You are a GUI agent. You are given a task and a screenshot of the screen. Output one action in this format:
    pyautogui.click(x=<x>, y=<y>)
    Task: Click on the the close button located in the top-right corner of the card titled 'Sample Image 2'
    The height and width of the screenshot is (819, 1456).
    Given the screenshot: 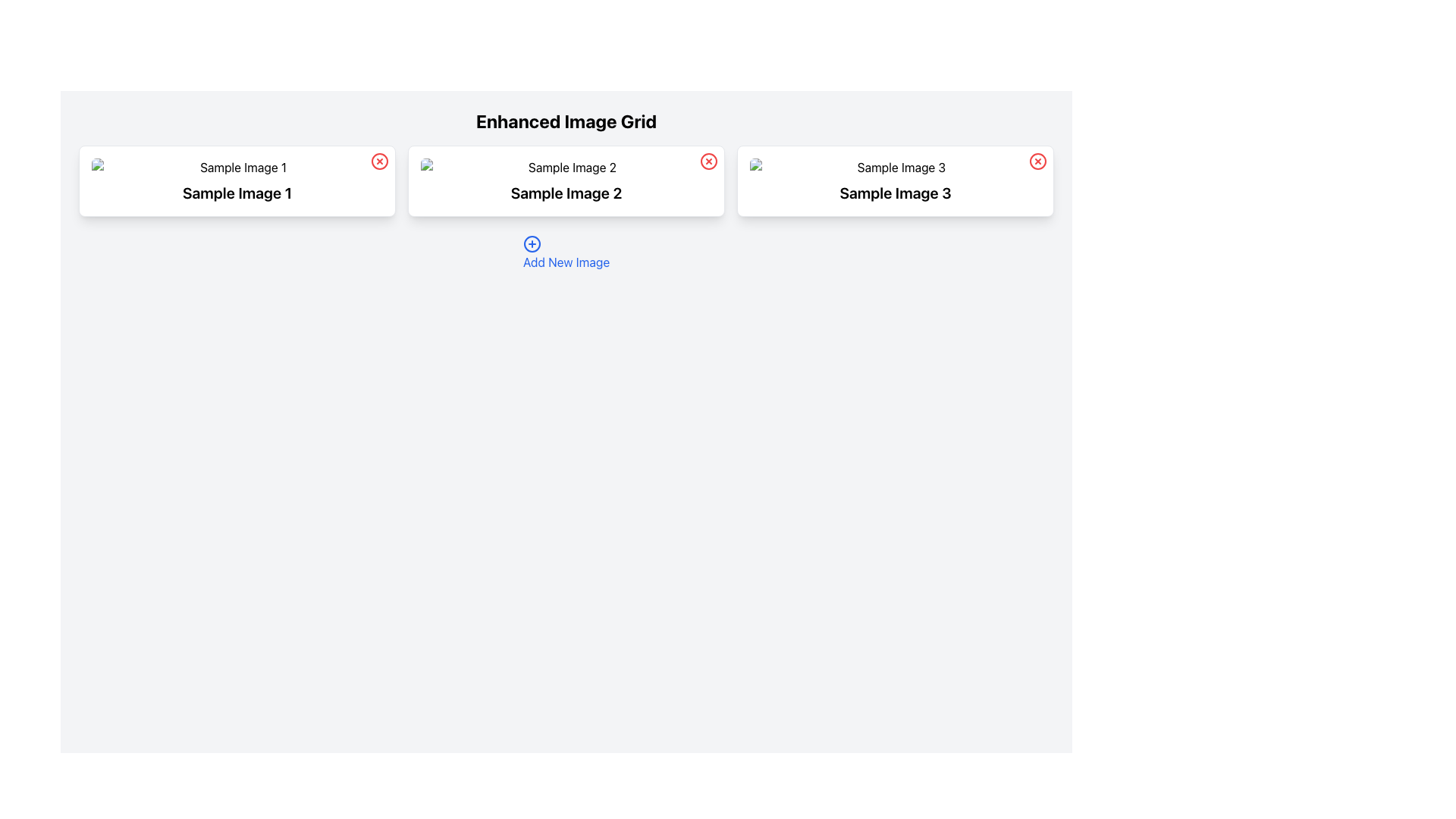 What is the action you would take?
    pyautogui.click(x=708, y=161)
    